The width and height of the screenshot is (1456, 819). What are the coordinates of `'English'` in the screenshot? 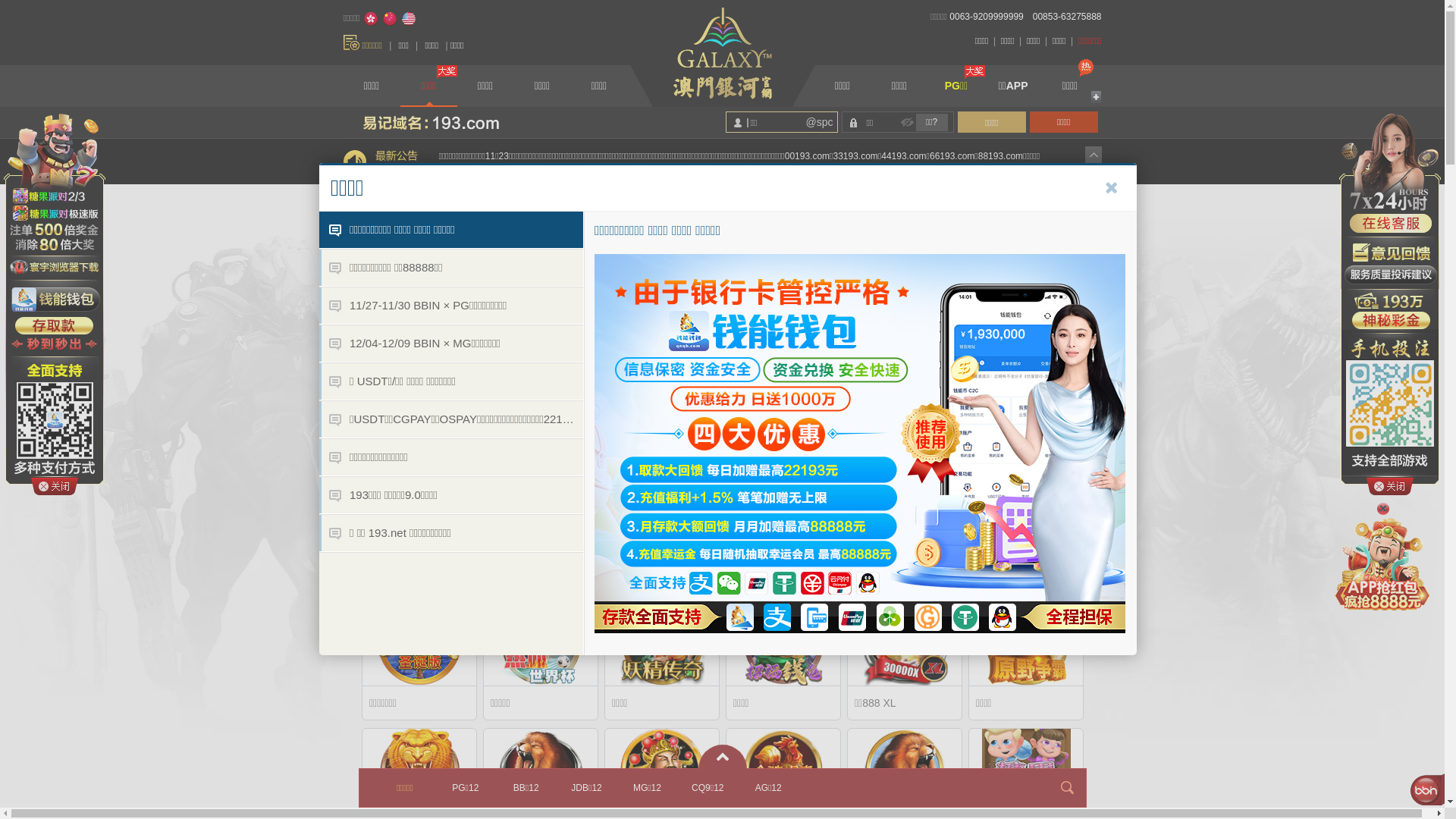 It's located at (408, 18).